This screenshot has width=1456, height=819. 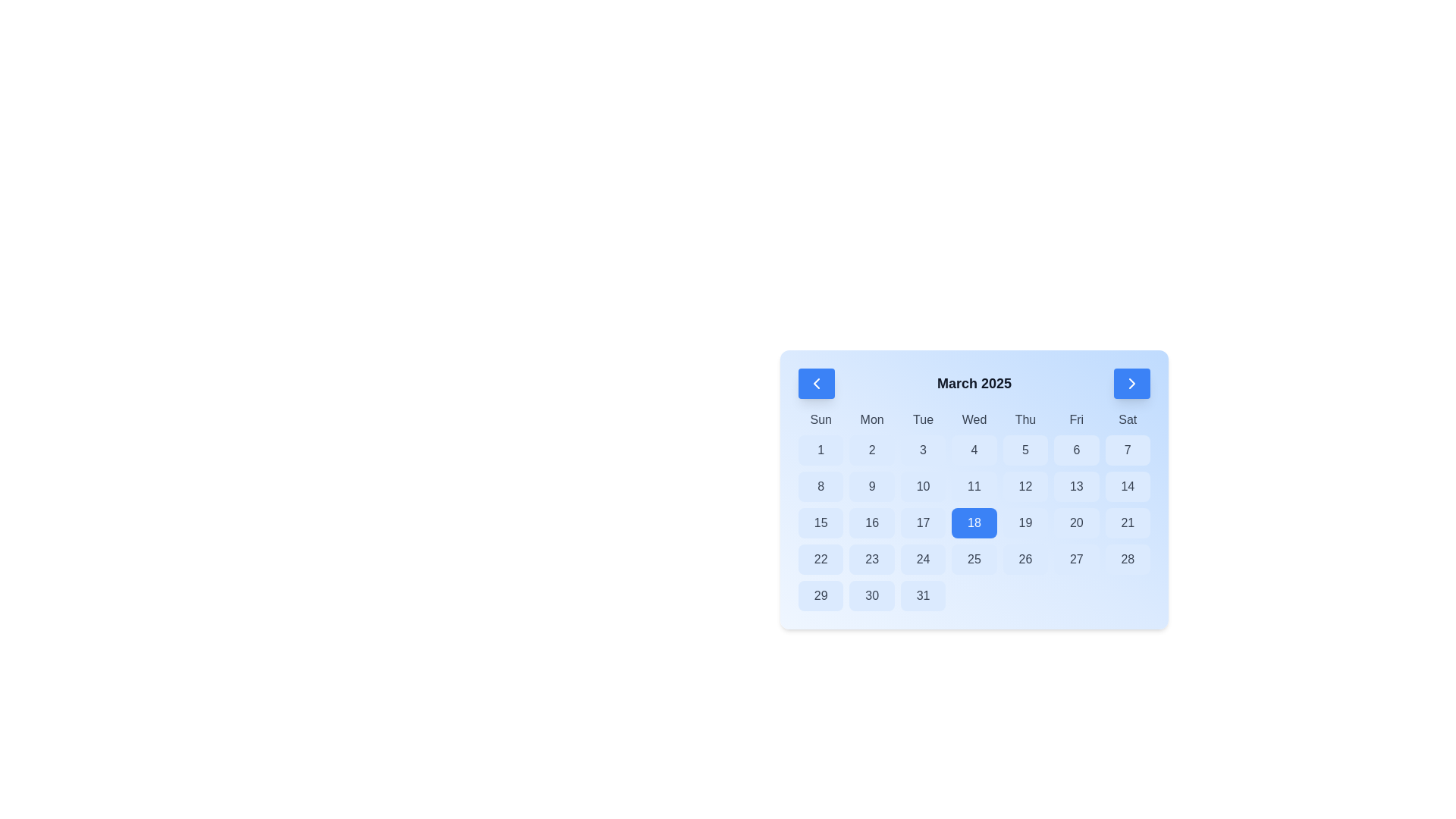 I want to click on the button representing the date '30' in the March 2025 calendar, so click(x=872, y=595).